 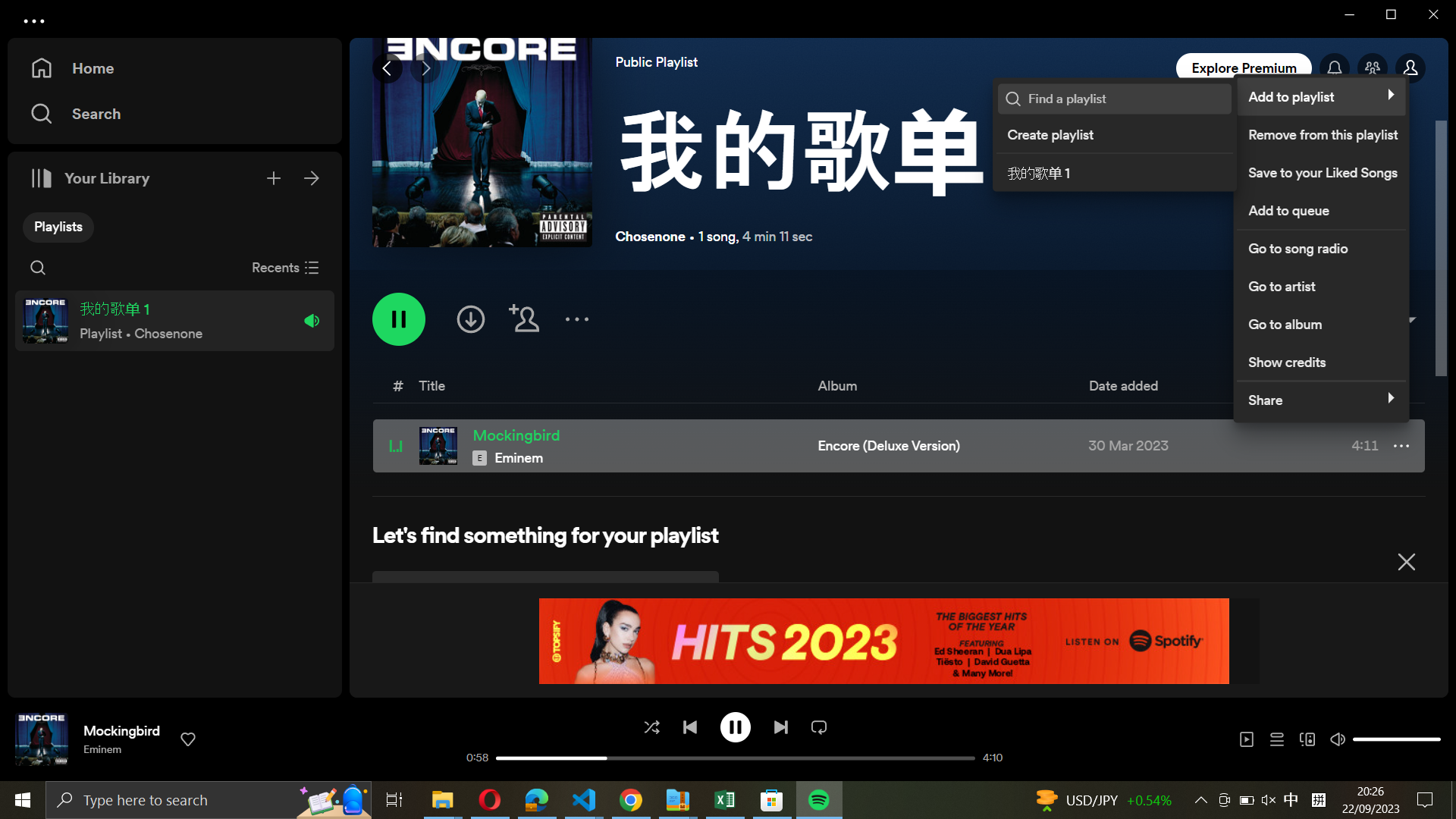 I want to click on Remove selected audio file from the playlist, so click(x=1320, y=130).